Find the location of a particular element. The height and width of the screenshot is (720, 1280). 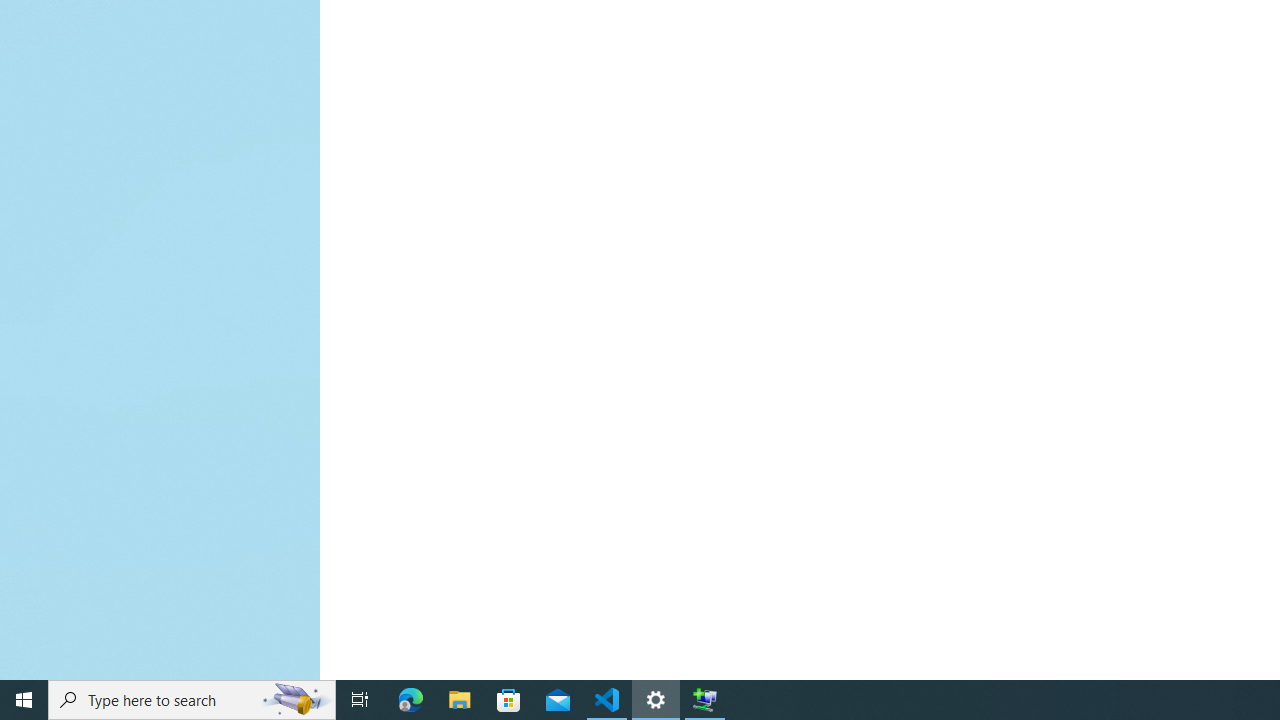

'Task View' is located at coordinates (359, 698).